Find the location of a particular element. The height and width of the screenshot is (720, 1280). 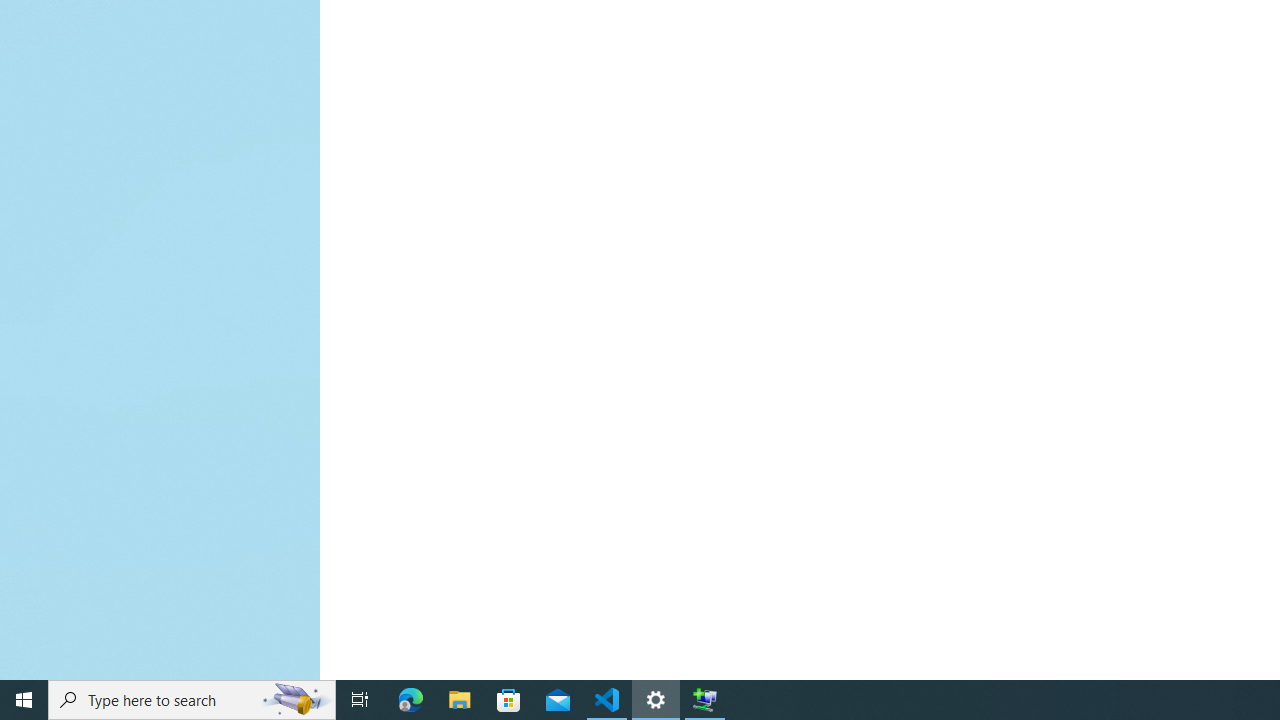

'Task View' is located at coordinates (359, 698).